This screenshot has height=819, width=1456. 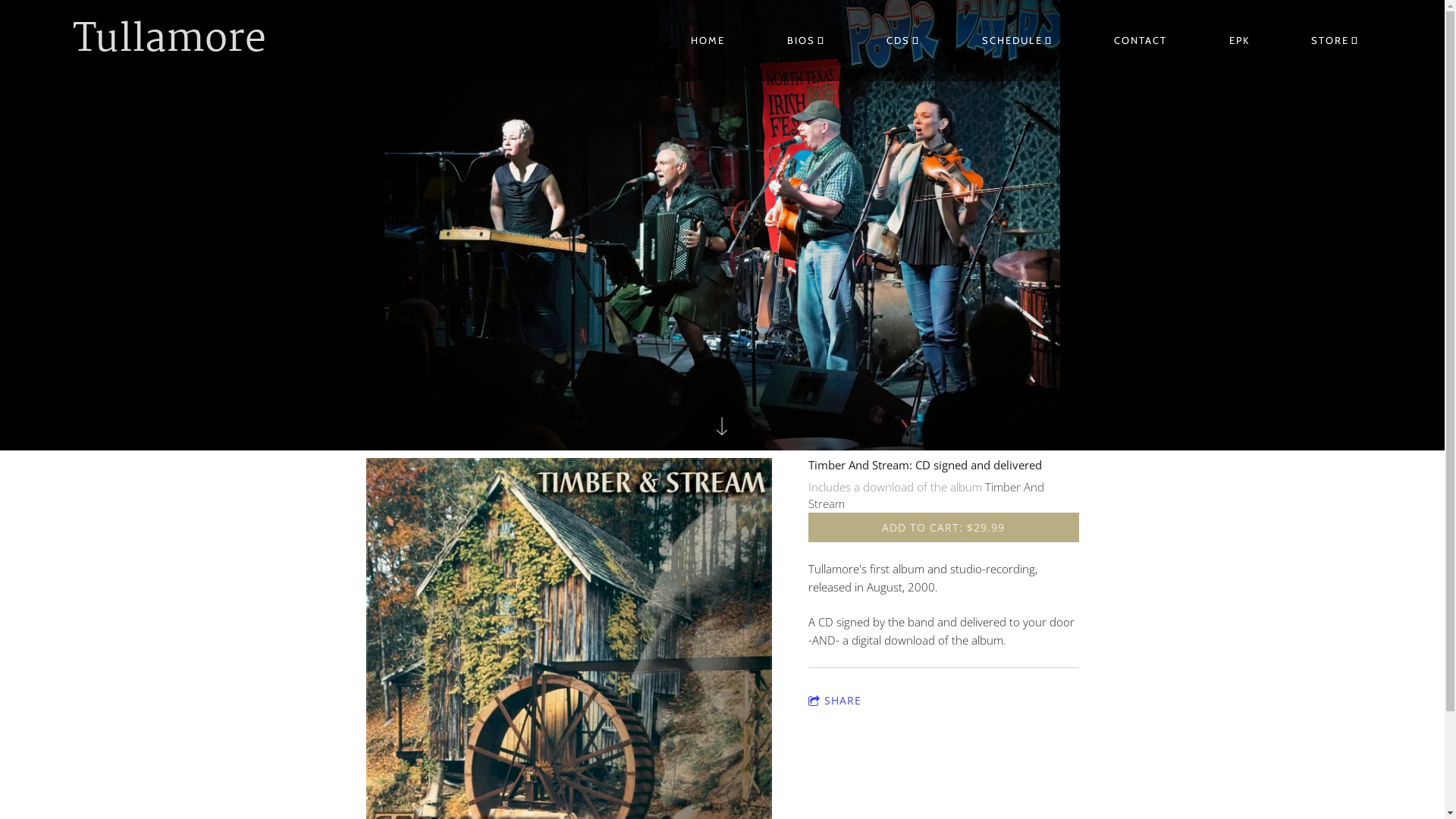 I want to click on 'EPK', so click(x=1238, y=40).